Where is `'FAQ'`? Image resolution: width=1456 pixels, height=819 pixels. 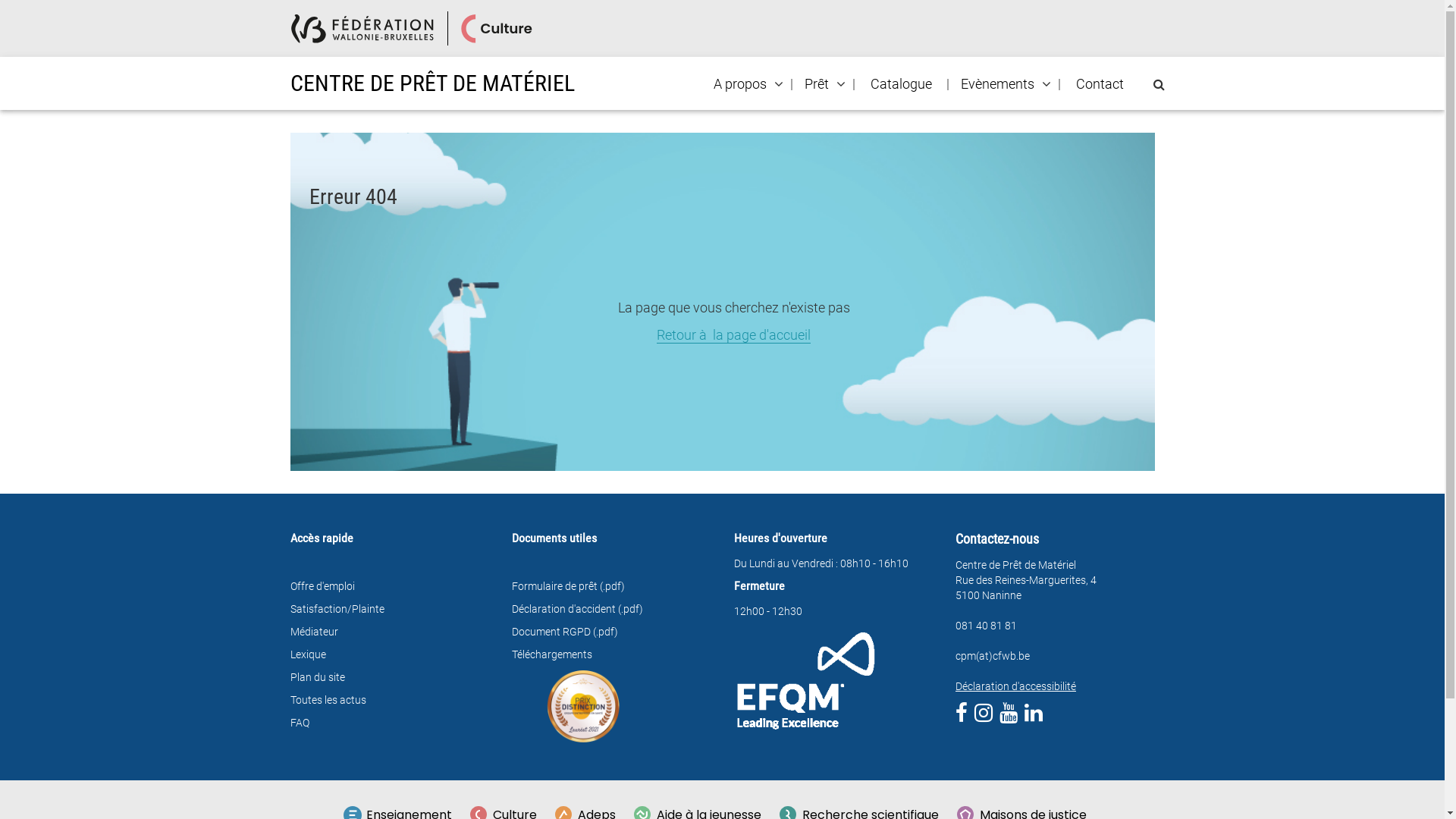 'FAQ' is located at coordinates (299, 721).